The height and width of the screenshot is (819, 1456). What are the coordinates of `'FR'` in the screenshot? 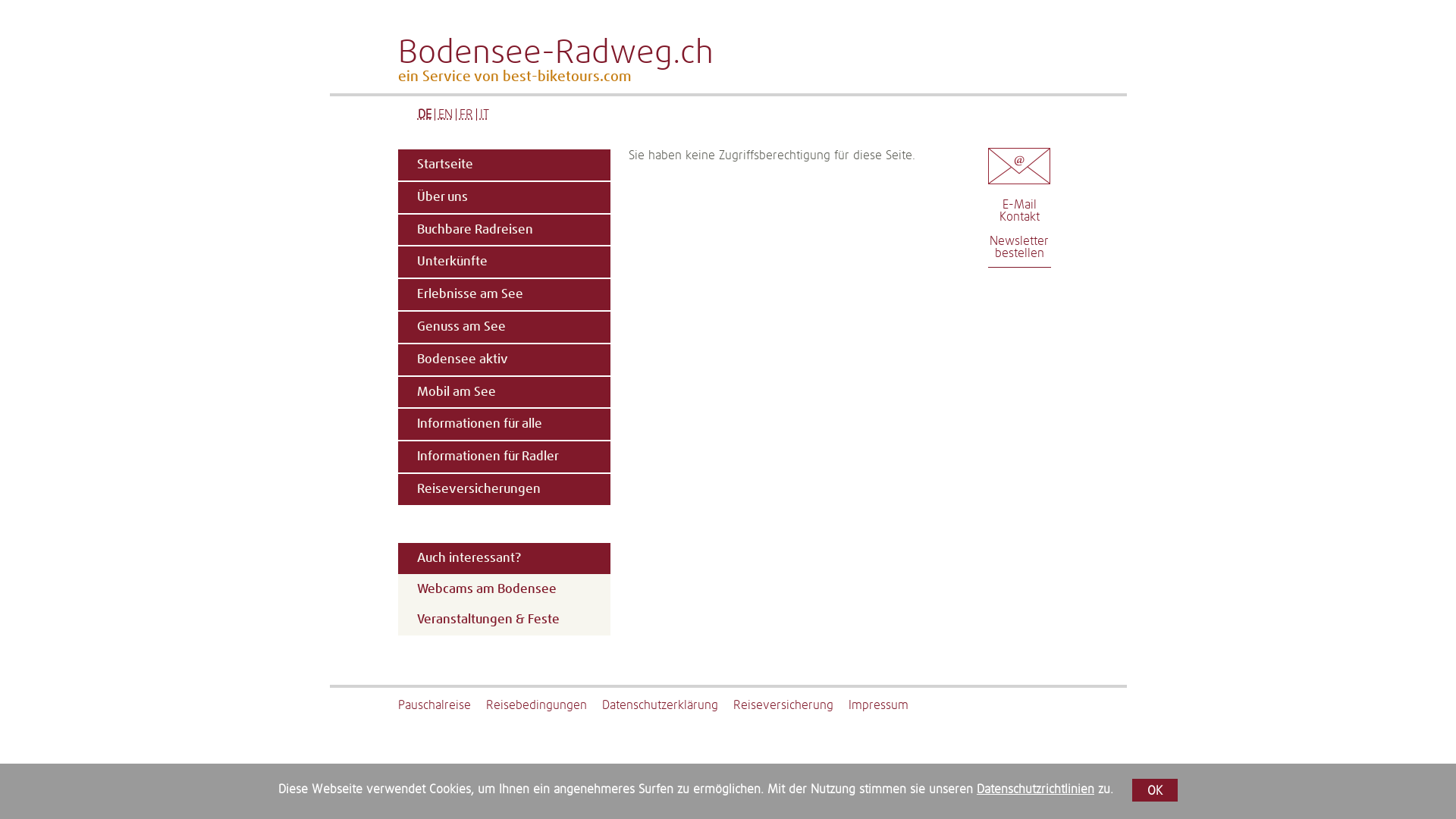 It's located at (465, 113).